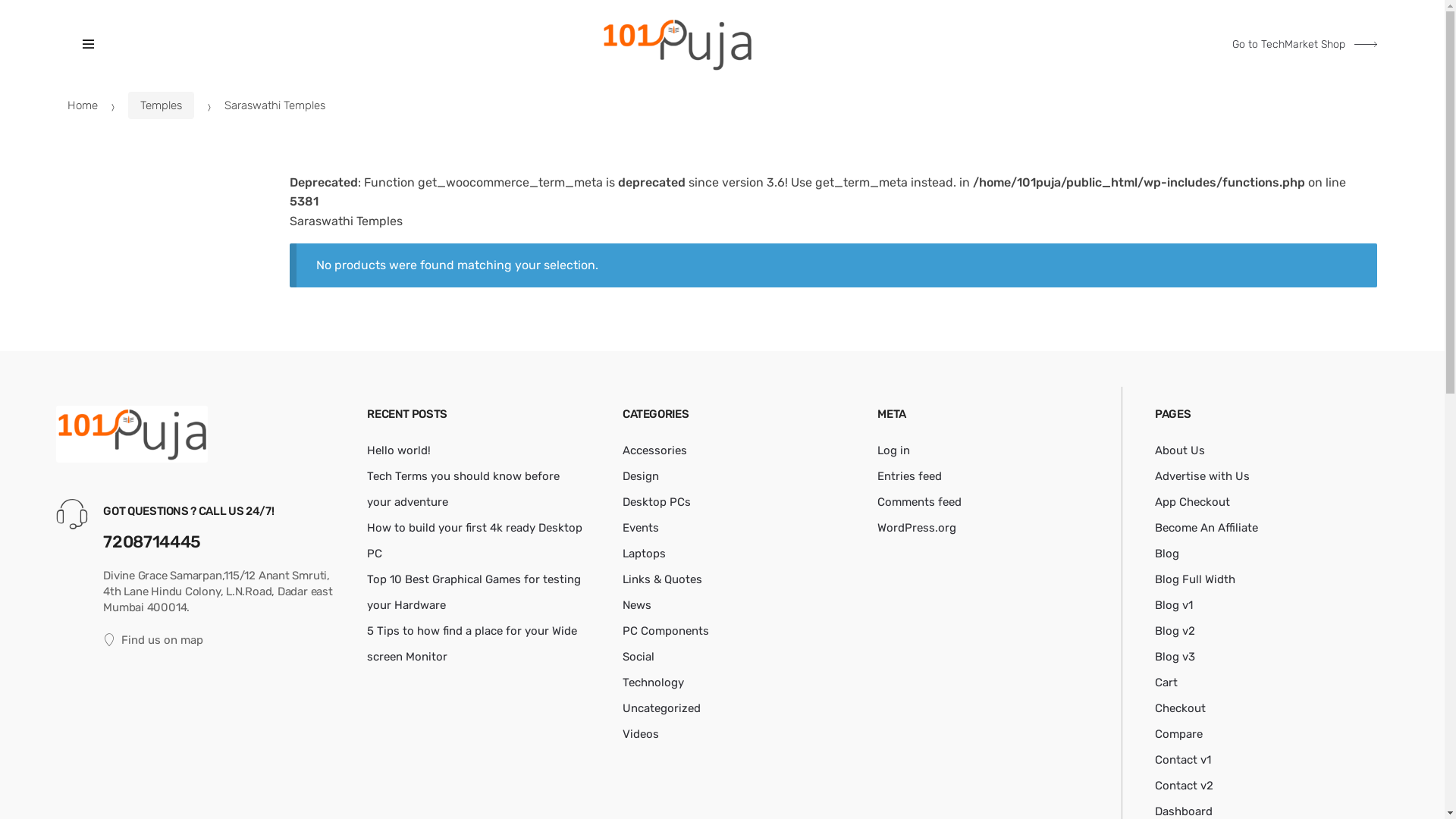  I want to click on 'Design', so click(640, 475).